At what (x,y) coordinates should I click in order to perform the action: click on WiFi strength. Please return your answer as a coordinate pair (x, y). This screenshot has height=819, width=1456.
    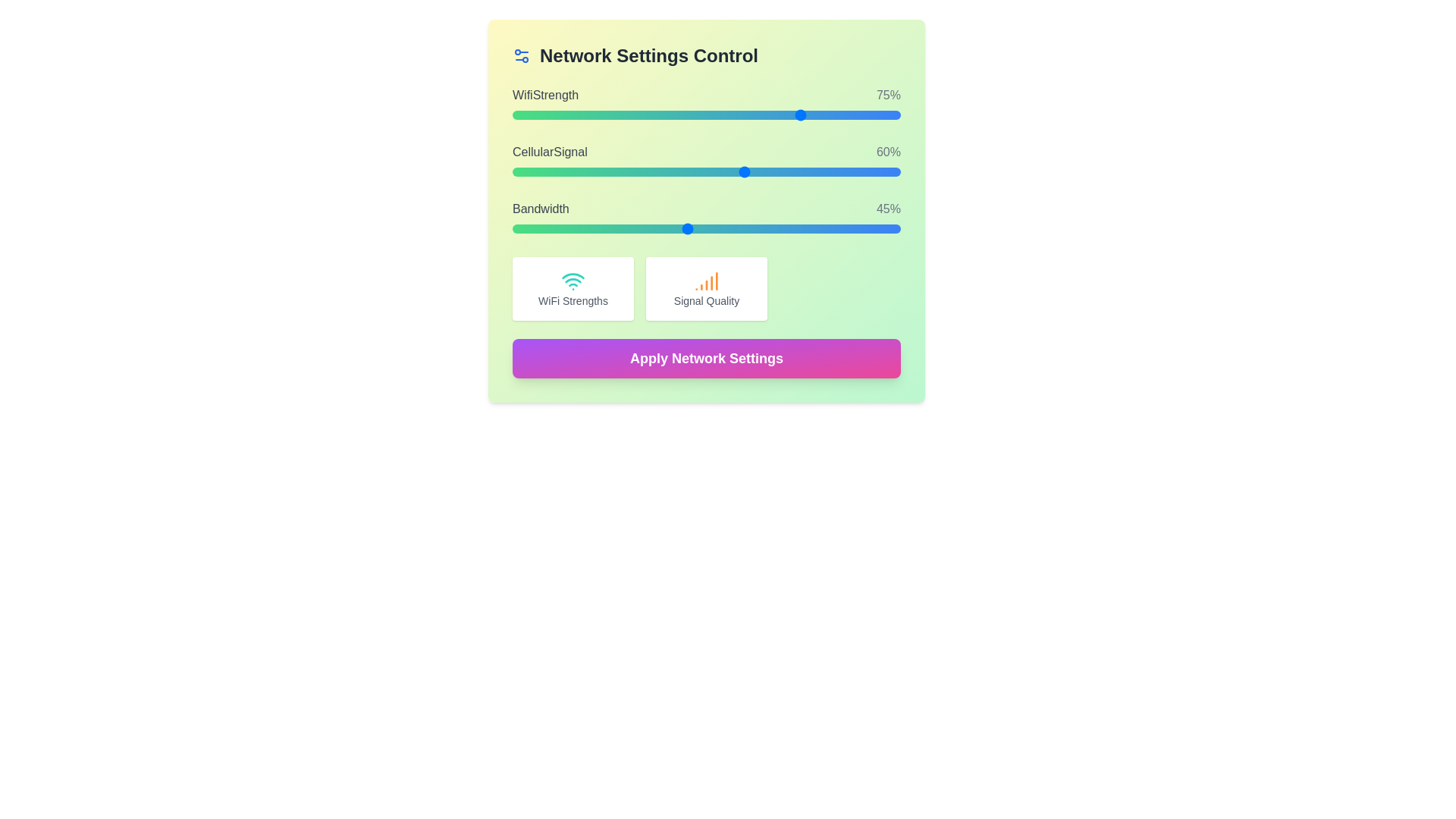
    Looking at the image, I should click on (784, 114).